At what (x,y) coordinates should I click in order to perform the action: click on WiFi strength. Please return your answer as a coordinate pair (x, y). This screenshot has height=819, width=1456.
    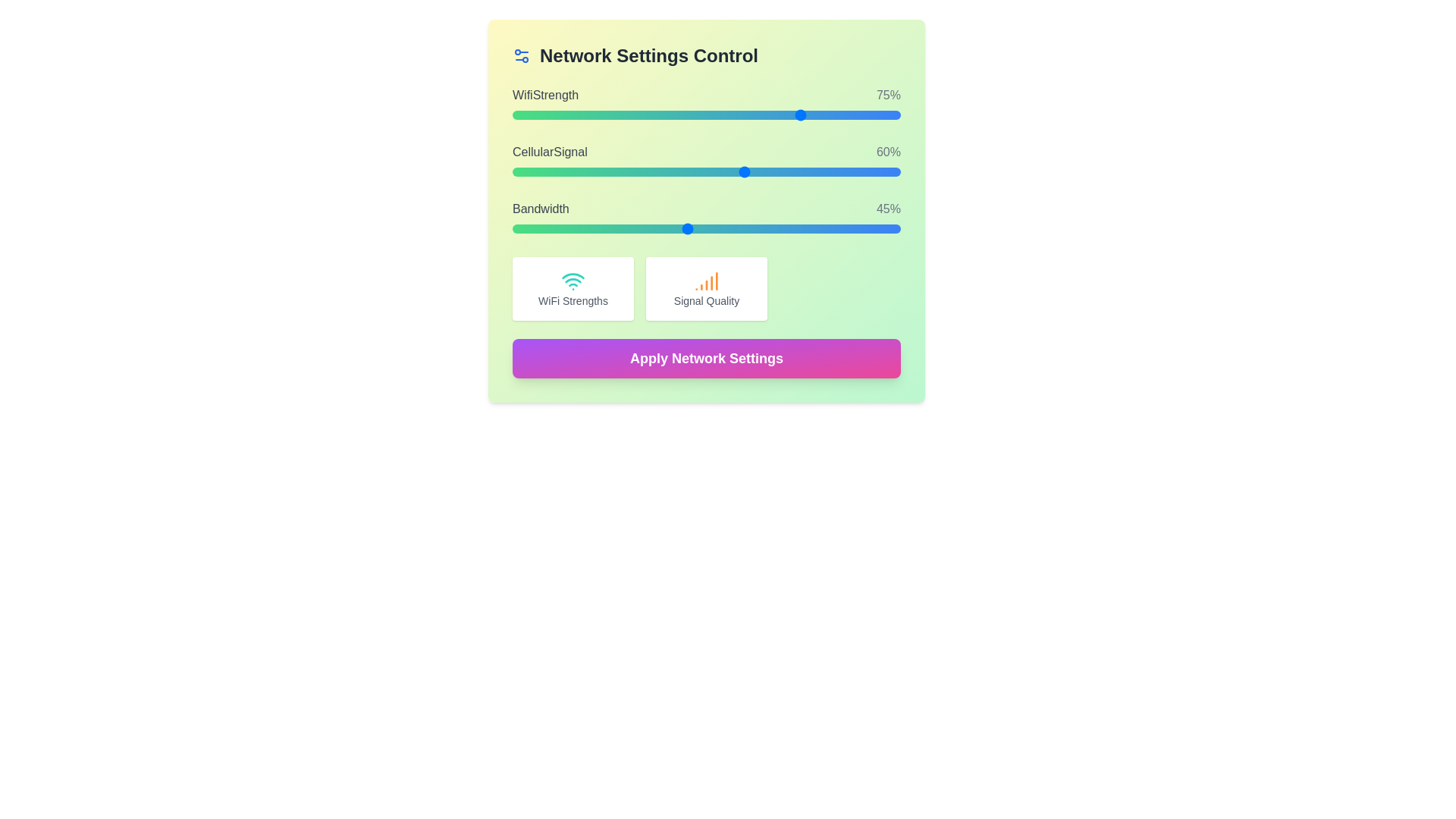
    Looking at the image, I should click on (784, 114).